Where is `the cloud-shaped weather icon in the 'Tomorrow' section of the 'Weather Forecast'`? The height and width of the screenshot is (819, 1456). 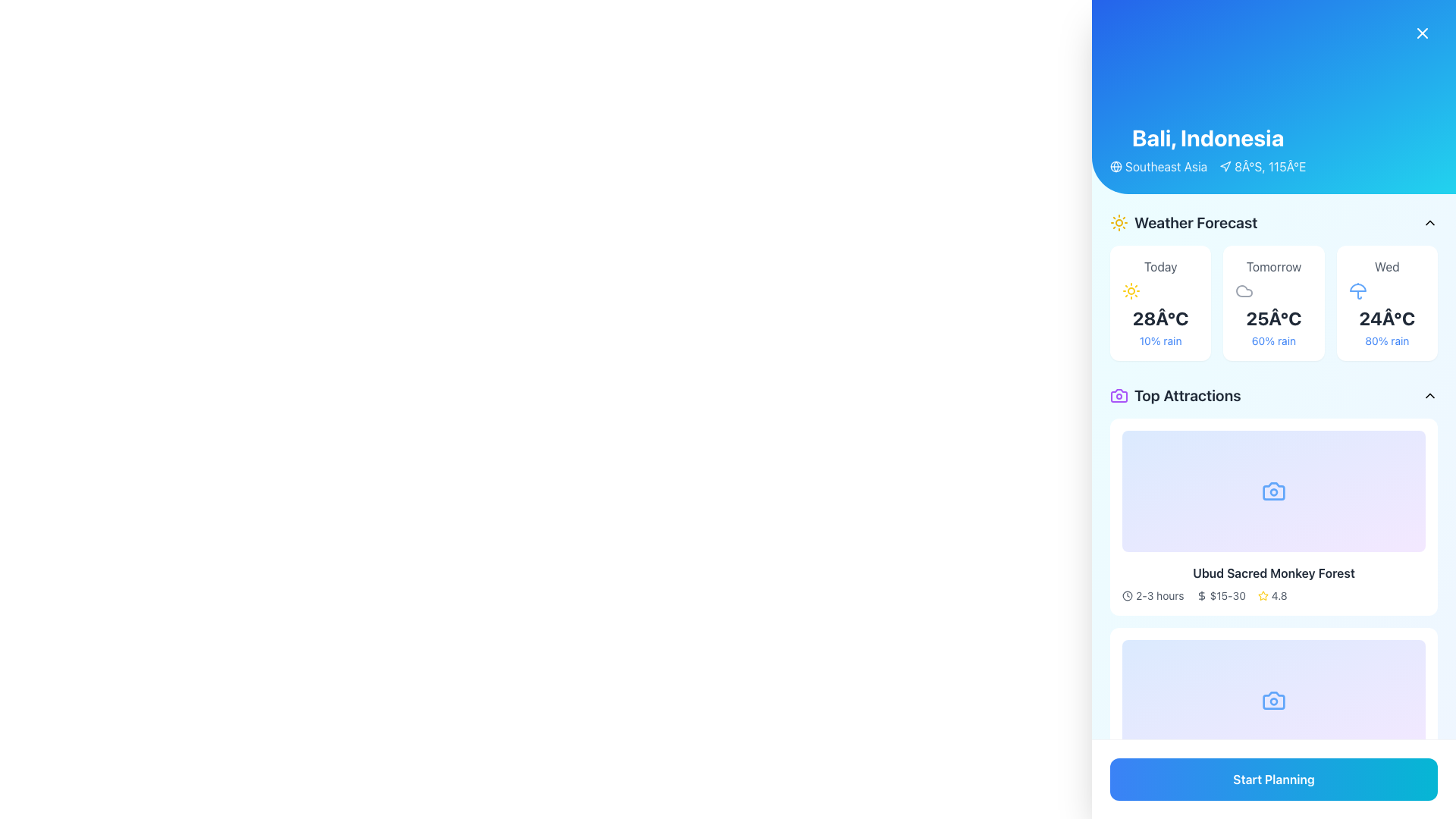 the cloud-shaped weather icon in the 'Tomorrow' section of the 'Weather Forecast' is located at coordinates (1244, 291).